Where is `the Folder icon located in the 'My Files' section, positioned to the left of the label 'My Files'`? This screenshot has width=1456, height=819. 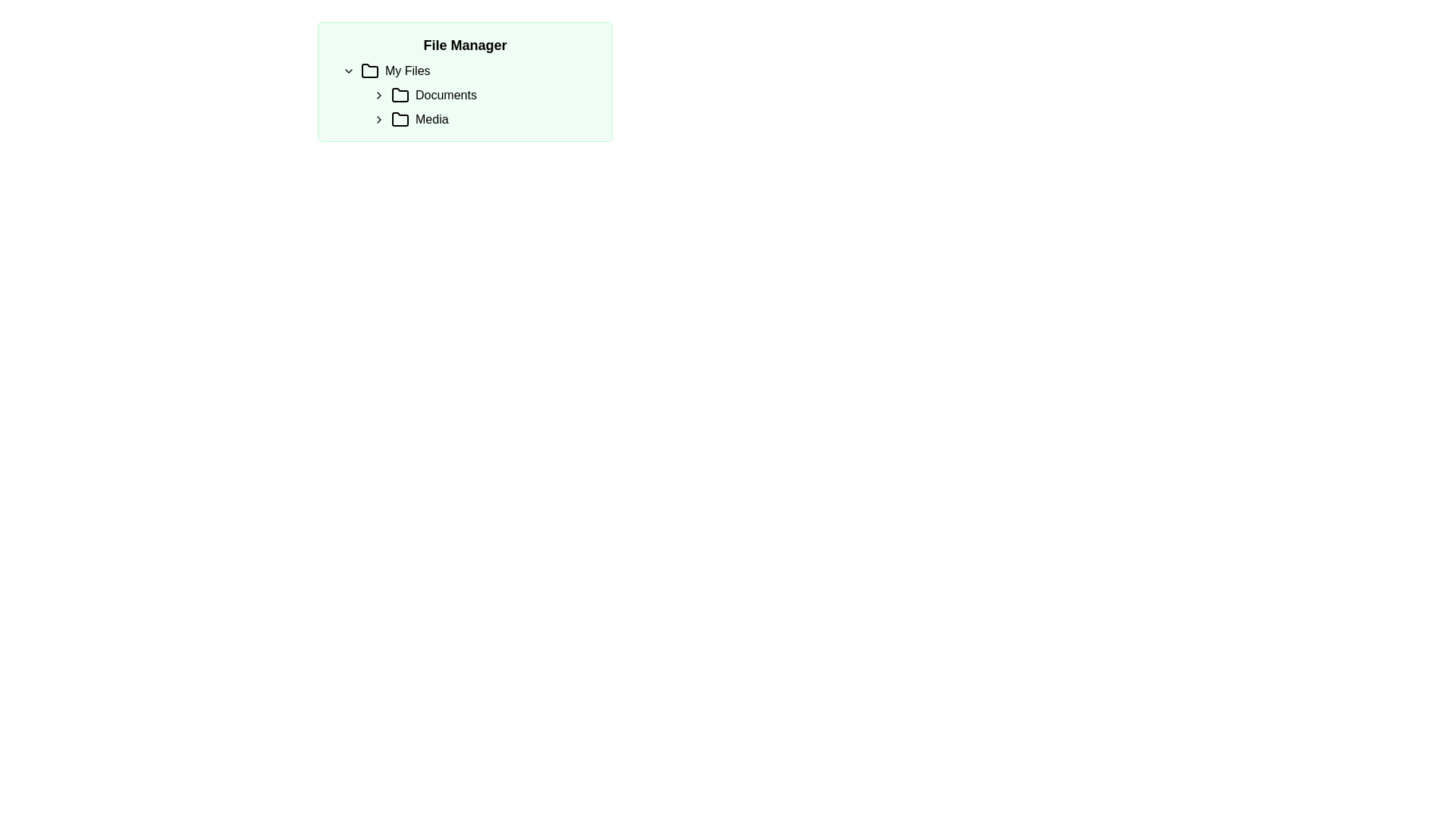
the Folder icon located in the 'My Files' section, positioned to the left of the label 'My Files' is located at coordinates (370, 71).